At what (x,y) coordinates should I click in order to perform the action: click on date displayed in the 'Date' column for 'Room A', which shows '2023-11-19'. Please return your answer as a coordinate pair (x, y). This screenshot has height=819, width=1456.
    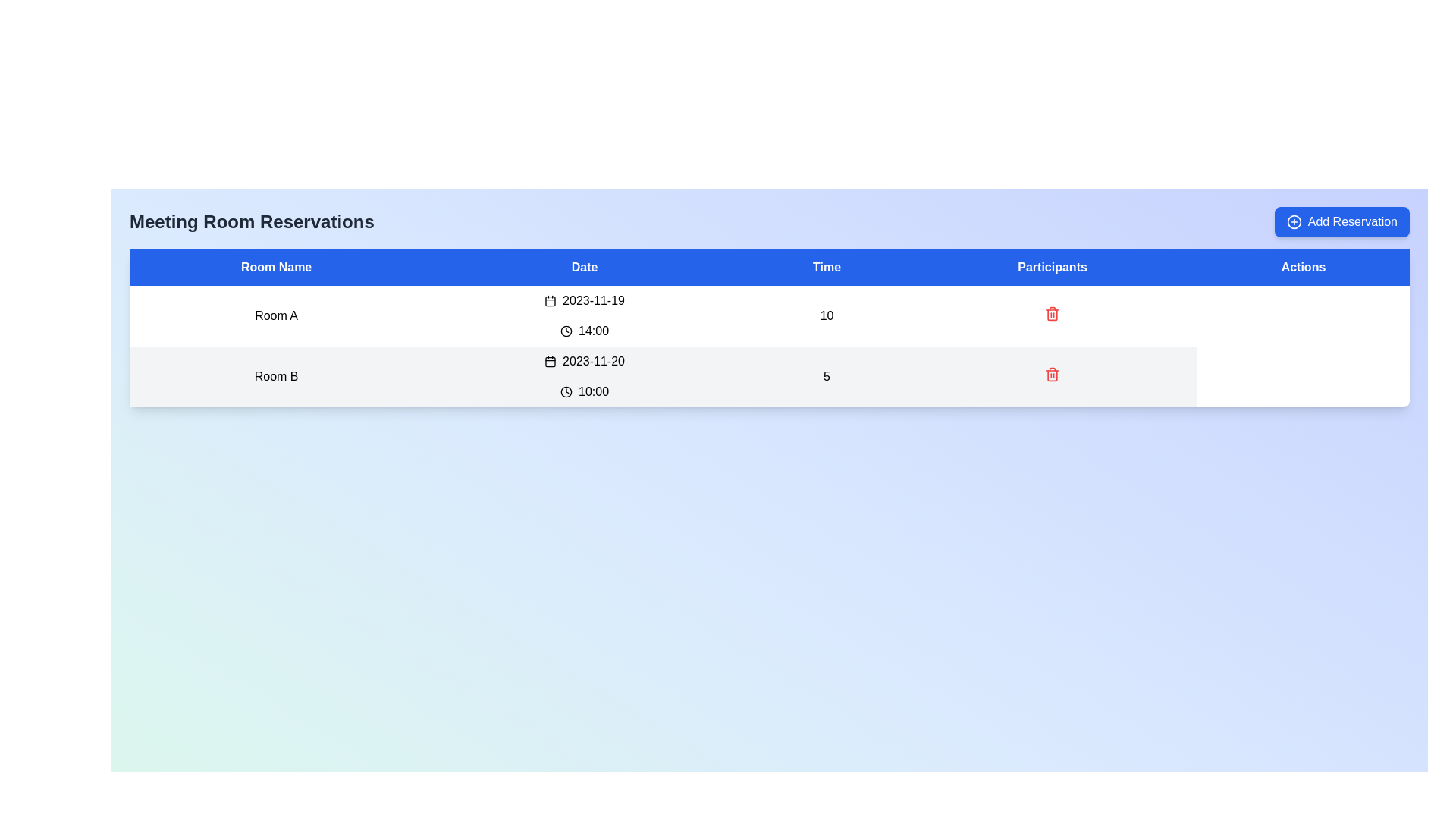
    Looking at the image, I should click on (584, 301).